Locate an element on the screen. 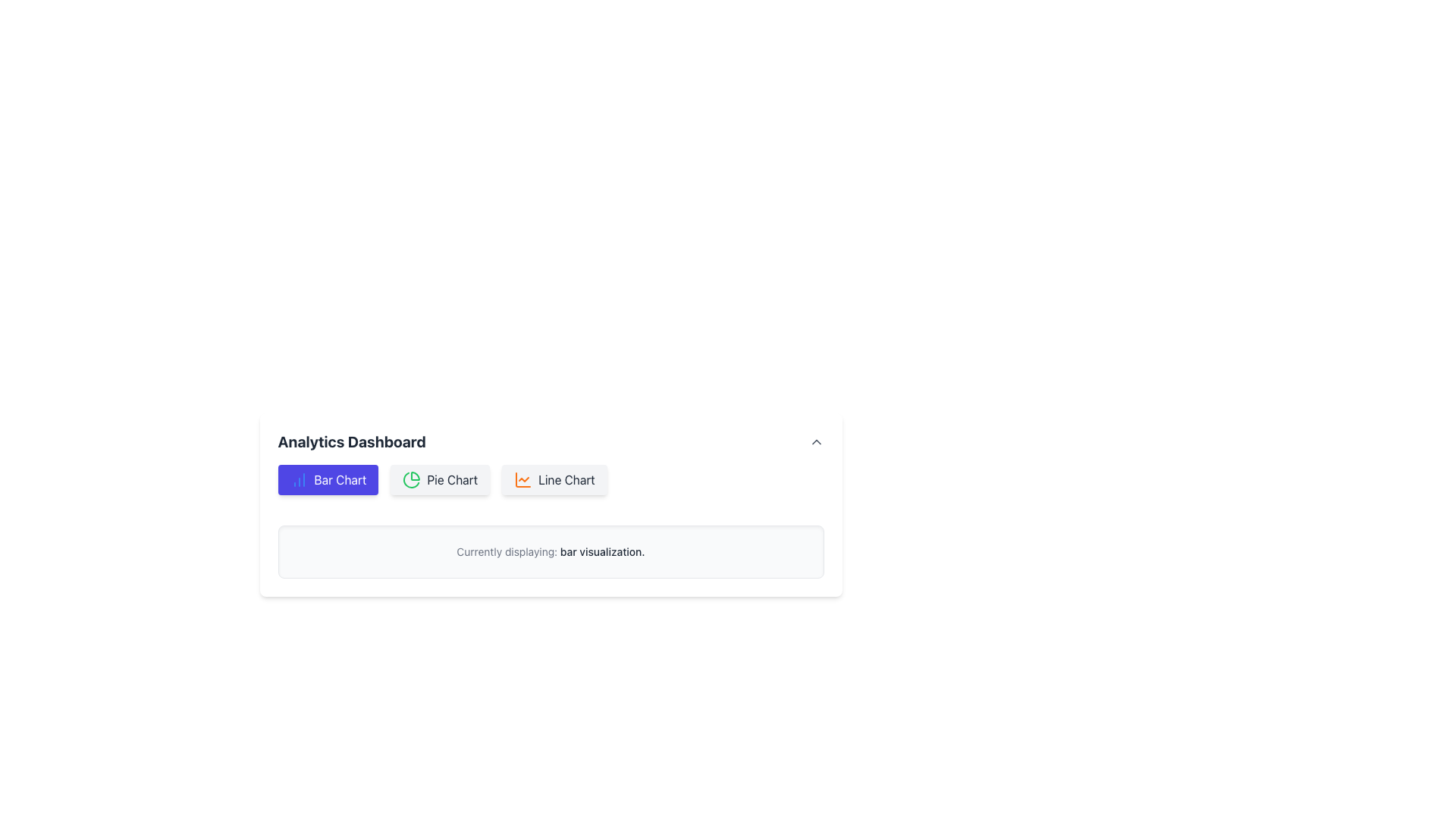  the 'Line Chart' button in the 'Analytics Dashboard' is located at coordinates (554, 479).